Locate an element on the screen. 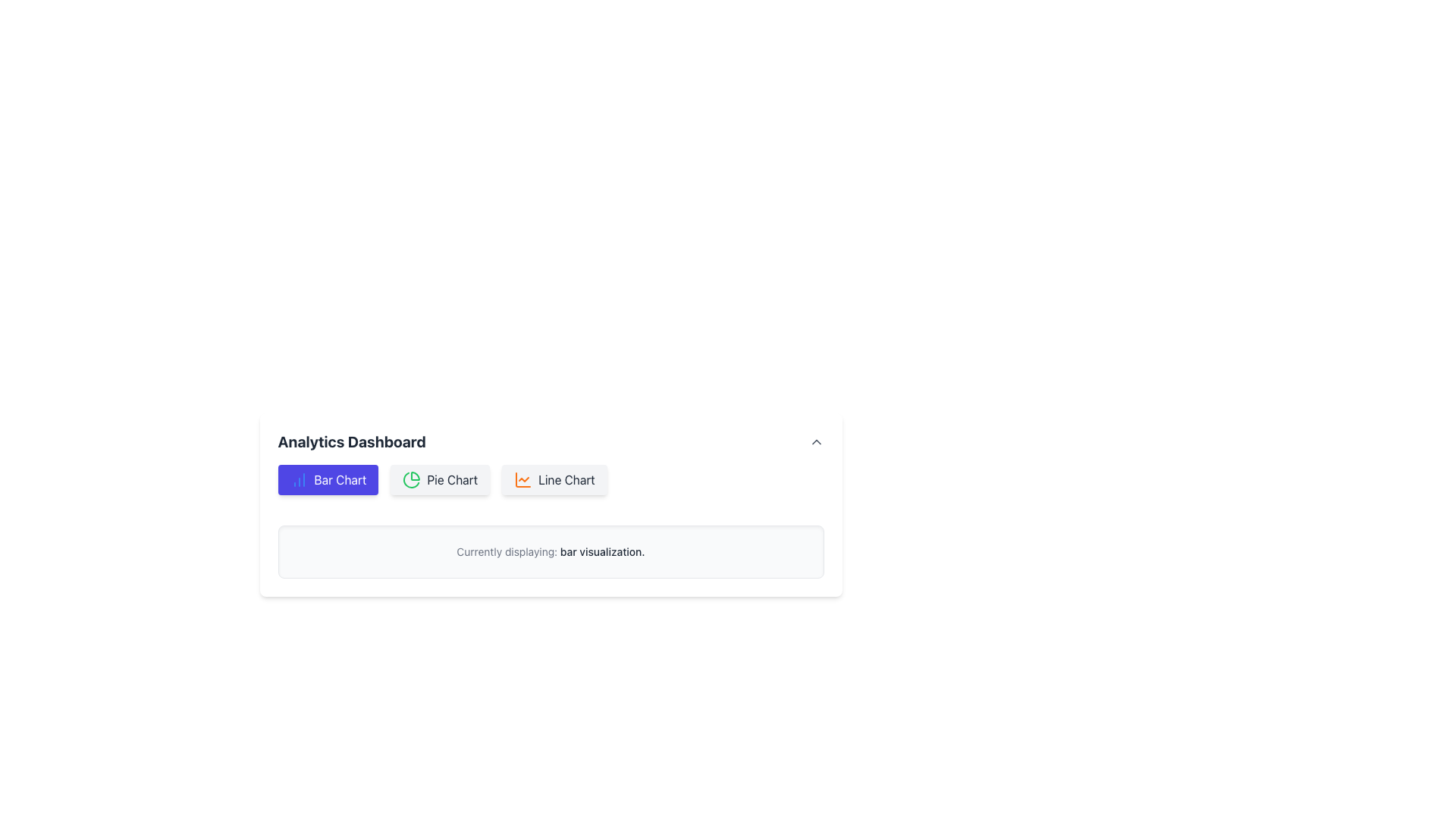  the 'Line Chart' button in the 'Analytics Dashboard' is located at coordinates (554, 479).